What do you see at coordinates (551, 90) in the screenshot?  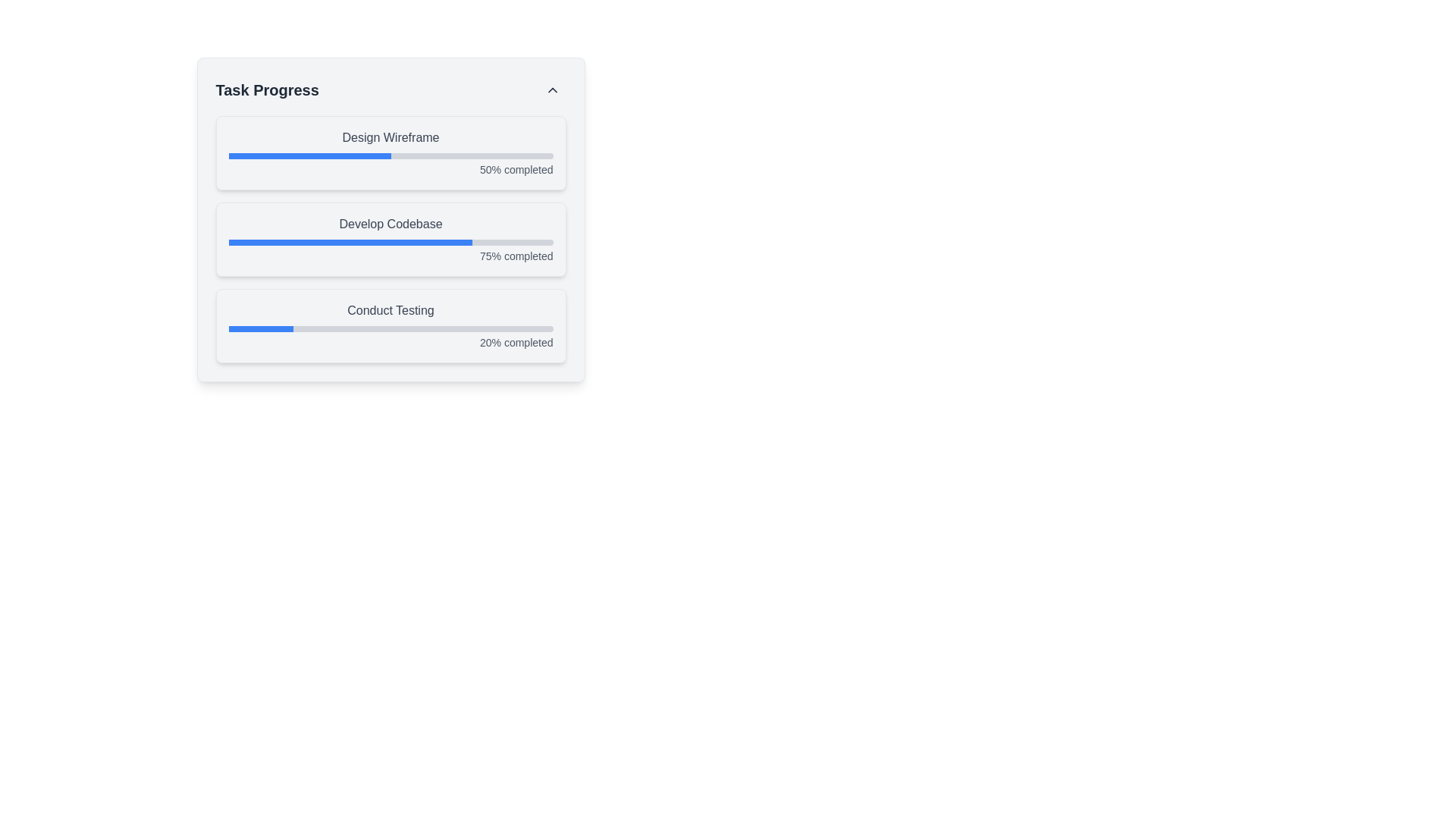 I see `the collapse or toggle button located near the upper-right corner of the 'Task Progress' section` at bounding box center [551, 90].